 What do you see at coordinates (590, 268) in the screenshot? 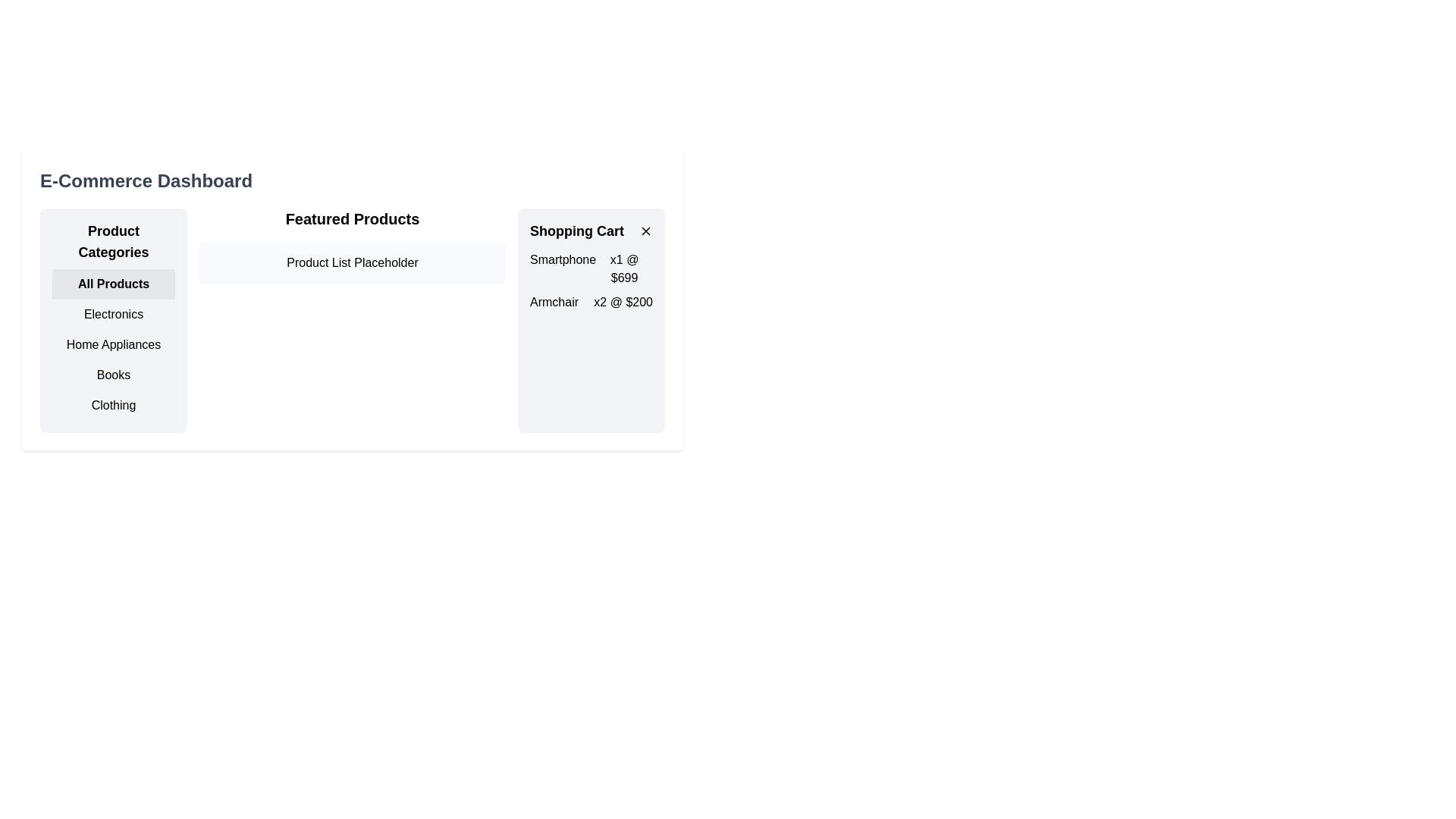
I see `the text label displaying 'Smartphone' with quantity 'x1' and price '$699' in the 'Shopping Cart' section by moving the cursor to its center point` at bounding box center [590, 268].